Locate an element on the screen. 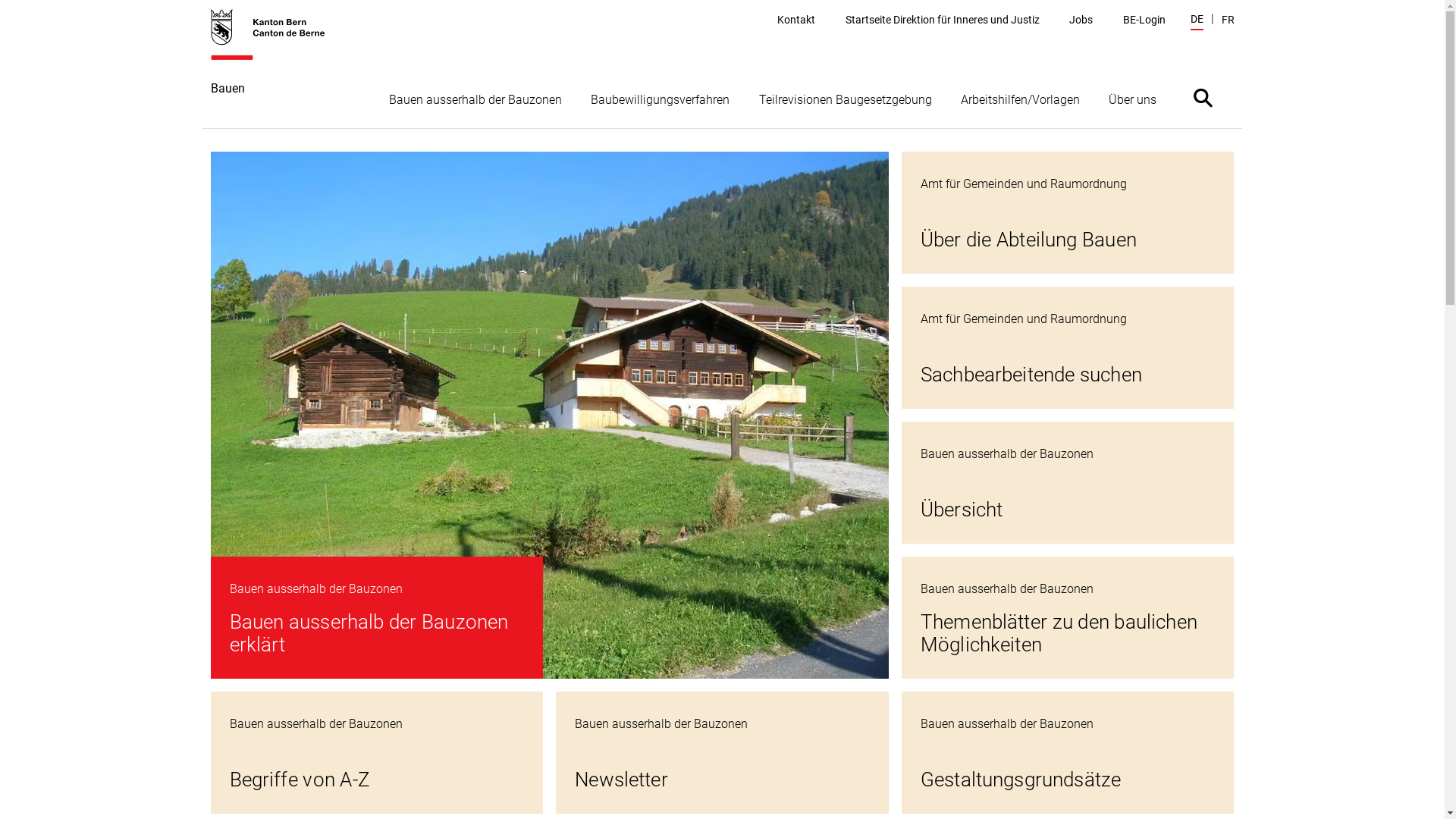 The image size is (1456, 819). 'Arbeitshilfen/Vorlagen' is located at coordinates (946, 98).